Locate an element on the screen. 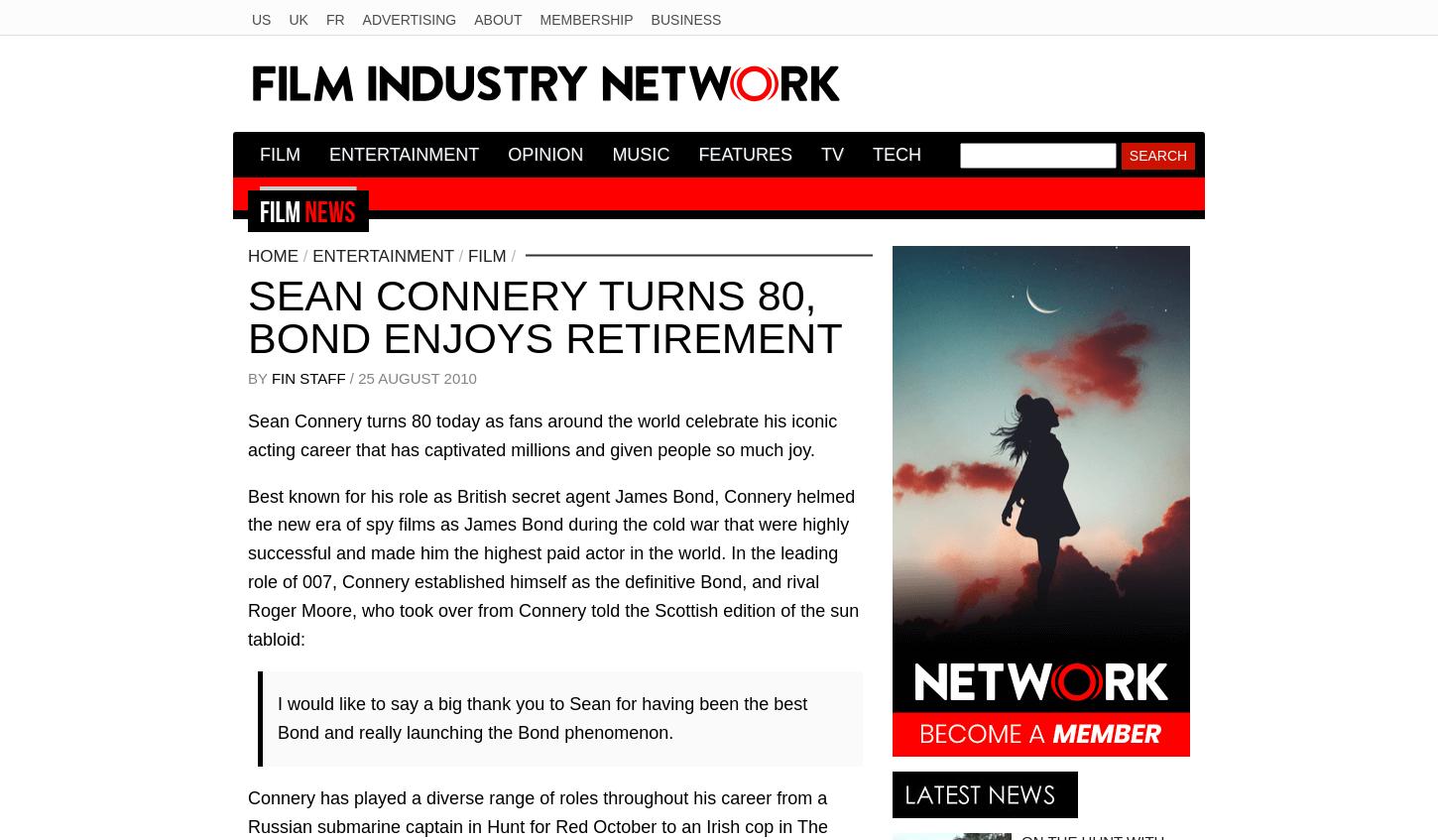 The height and width of the screenshot is (840, 1438). 'I would like to say a big thank you to Sean for having been the best Bond and really launching the Bond phenomenon.' is located at coordinates (541, 718).